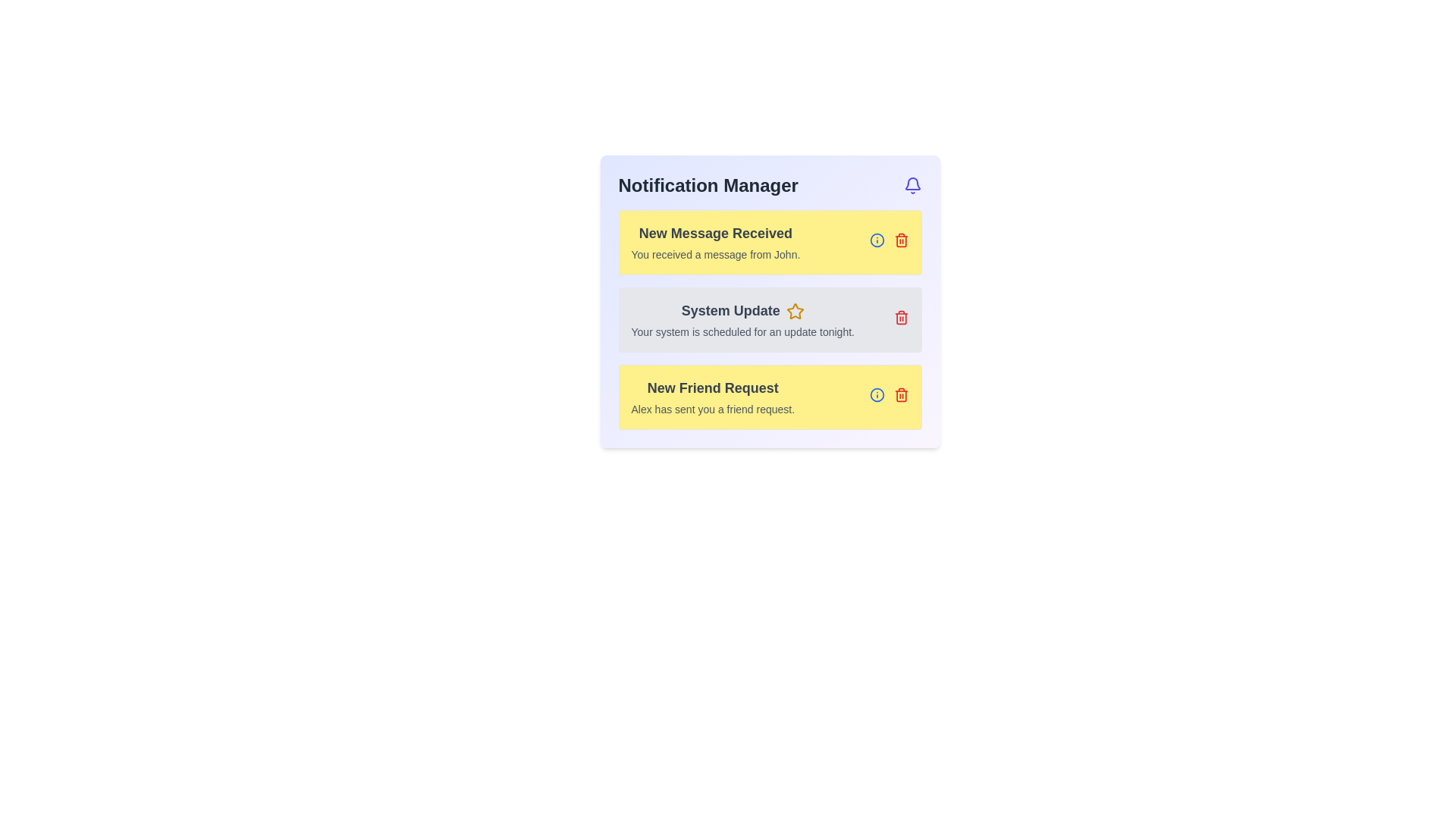  I want to click on the static text display within the 'System Update' notification card, so click(742, 331).